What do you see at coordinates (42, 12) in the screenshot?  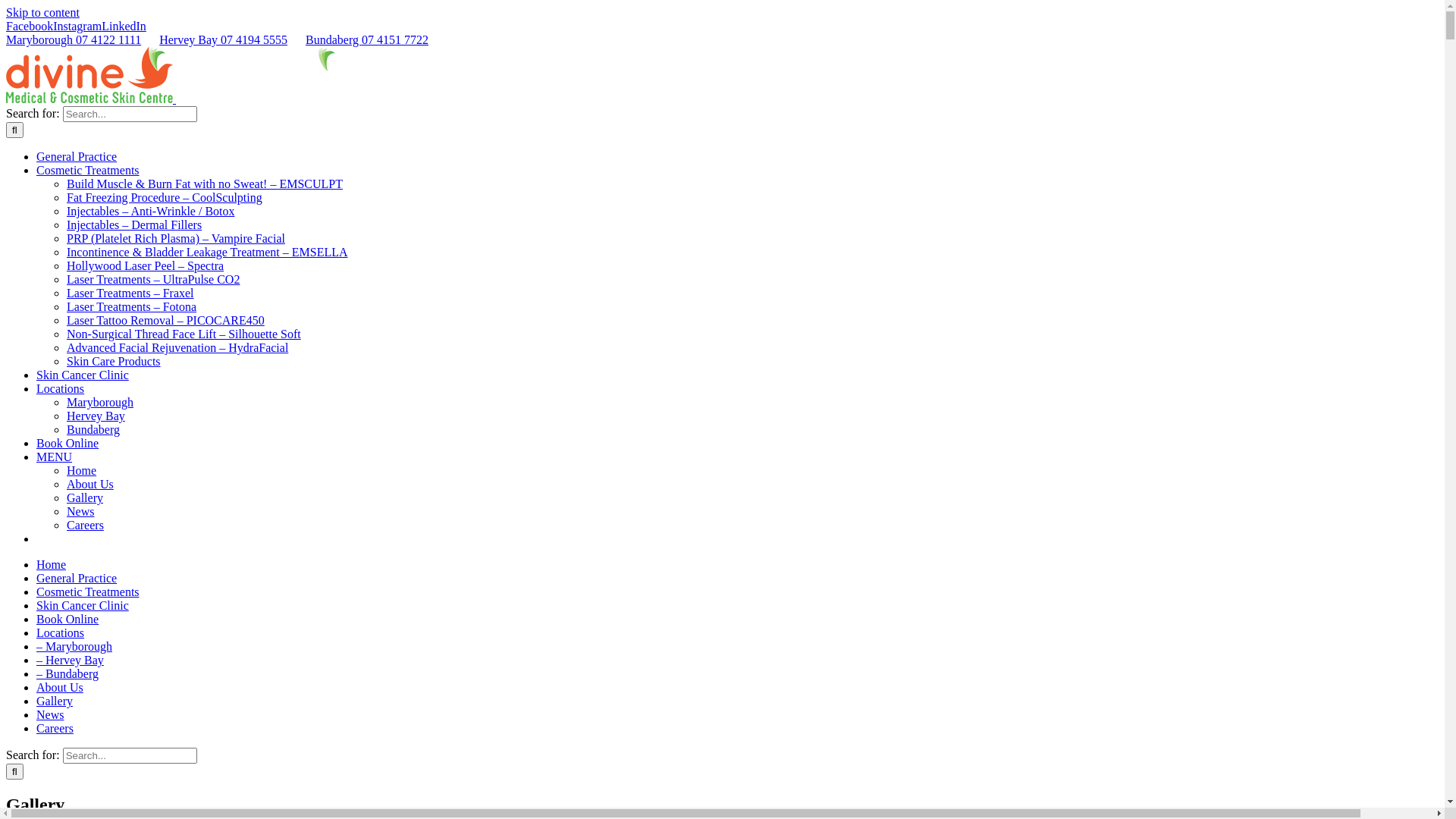 I see `'Skip to content'` at bounding box center [42, 12].